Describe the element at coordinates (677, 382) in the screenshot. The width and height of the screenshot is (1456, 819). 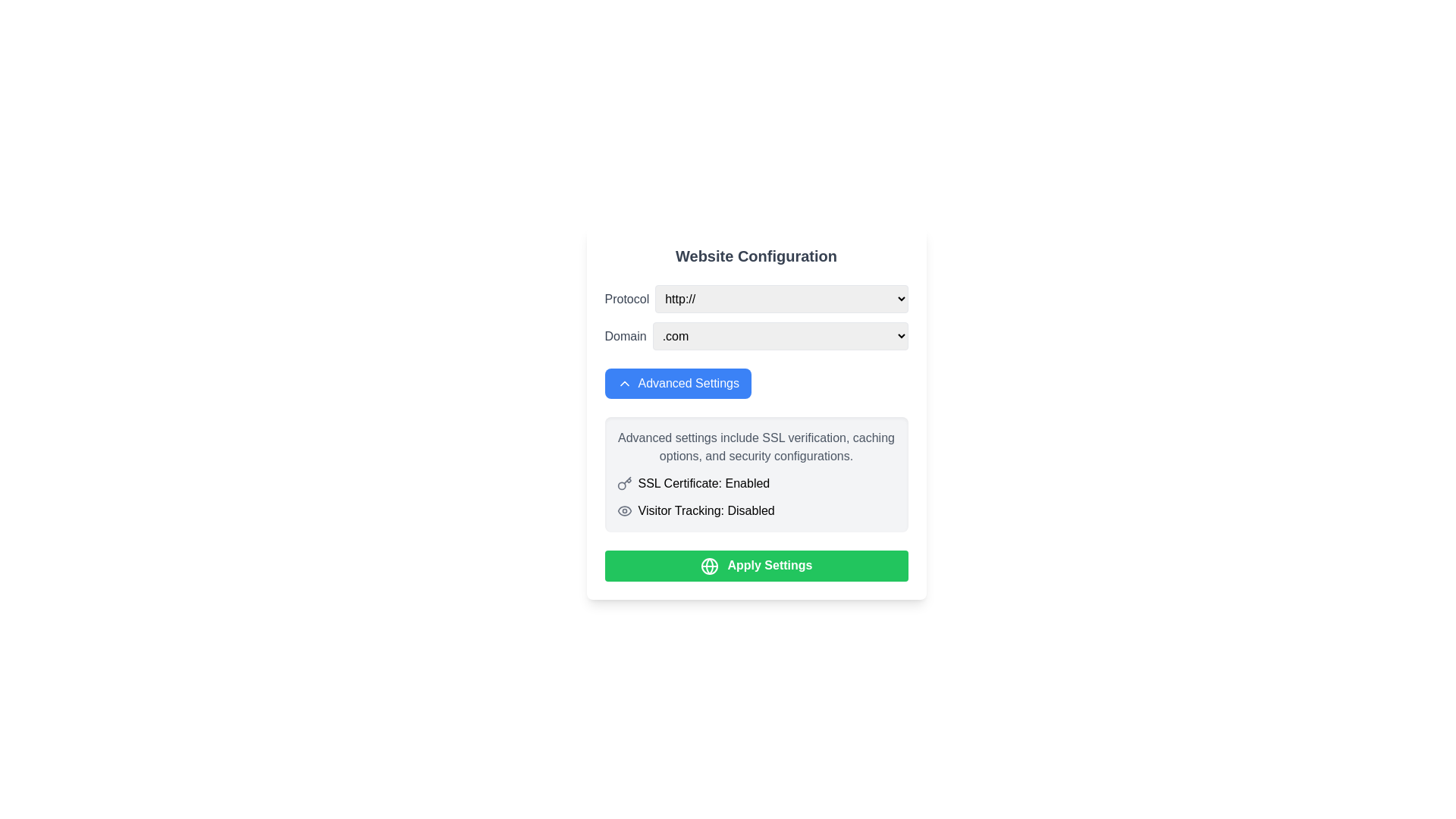
I see `the button labeled 'Advanced Settings' with a blue background and white text` at that location.